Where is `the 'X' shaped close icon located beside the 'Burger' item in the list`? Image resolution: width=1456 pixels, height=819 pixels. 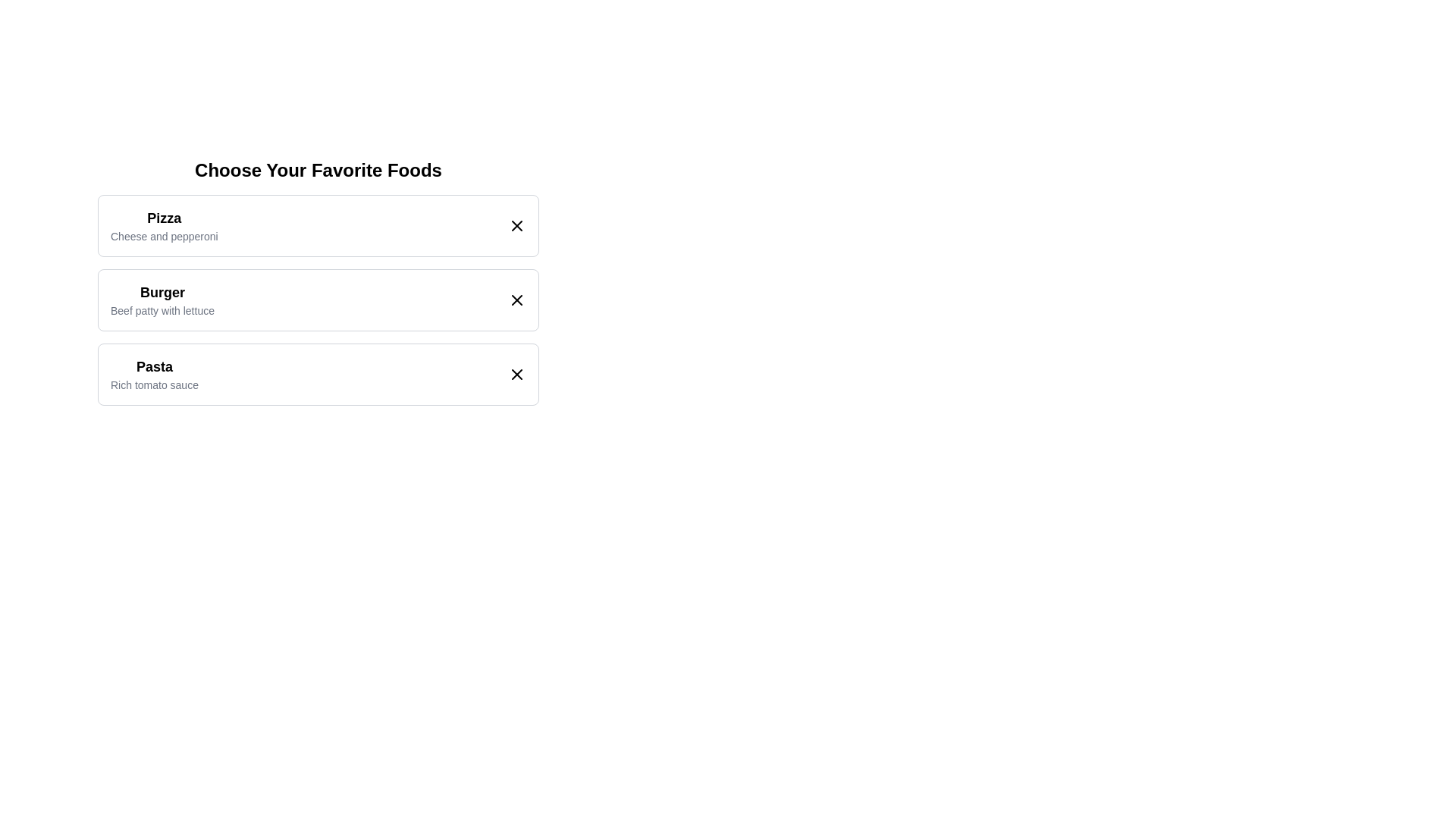
the 'X' shaped close icon located beside the 'Burger' item in the list is located at coordinates (516, 300).